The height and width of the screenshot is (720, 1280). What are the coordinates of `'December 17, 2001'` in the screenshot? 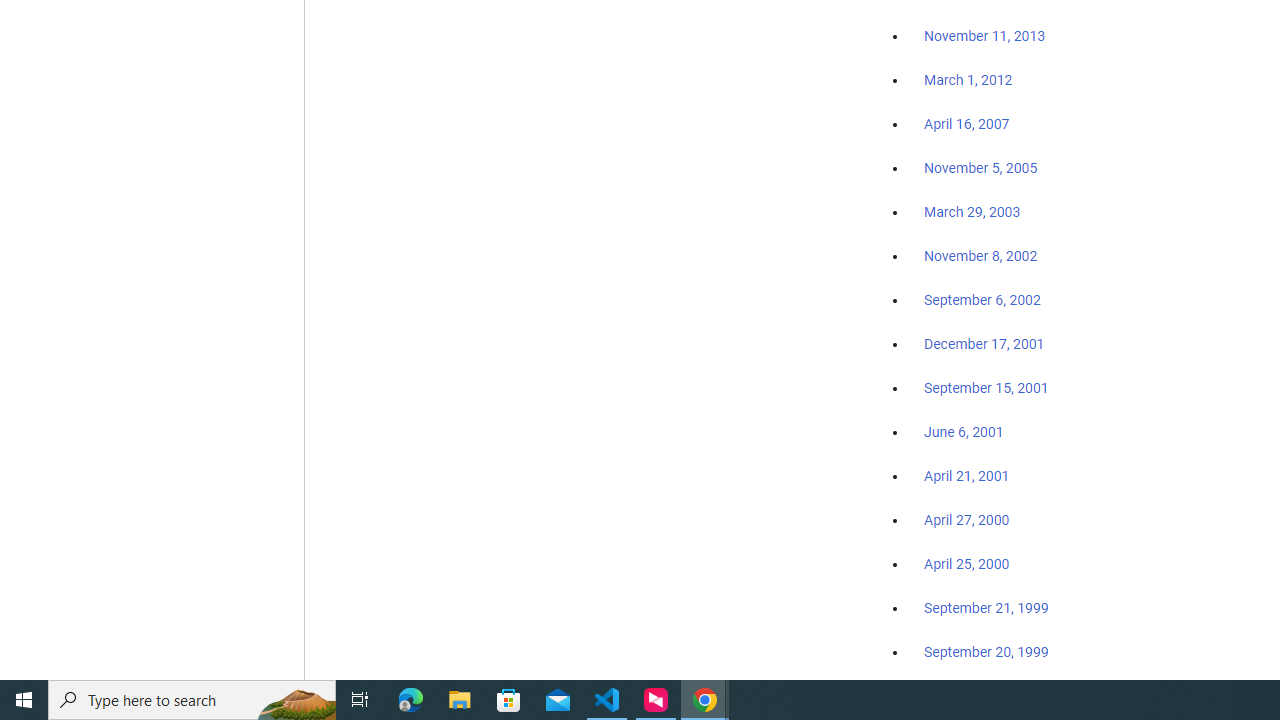 It's located at (984, 342).